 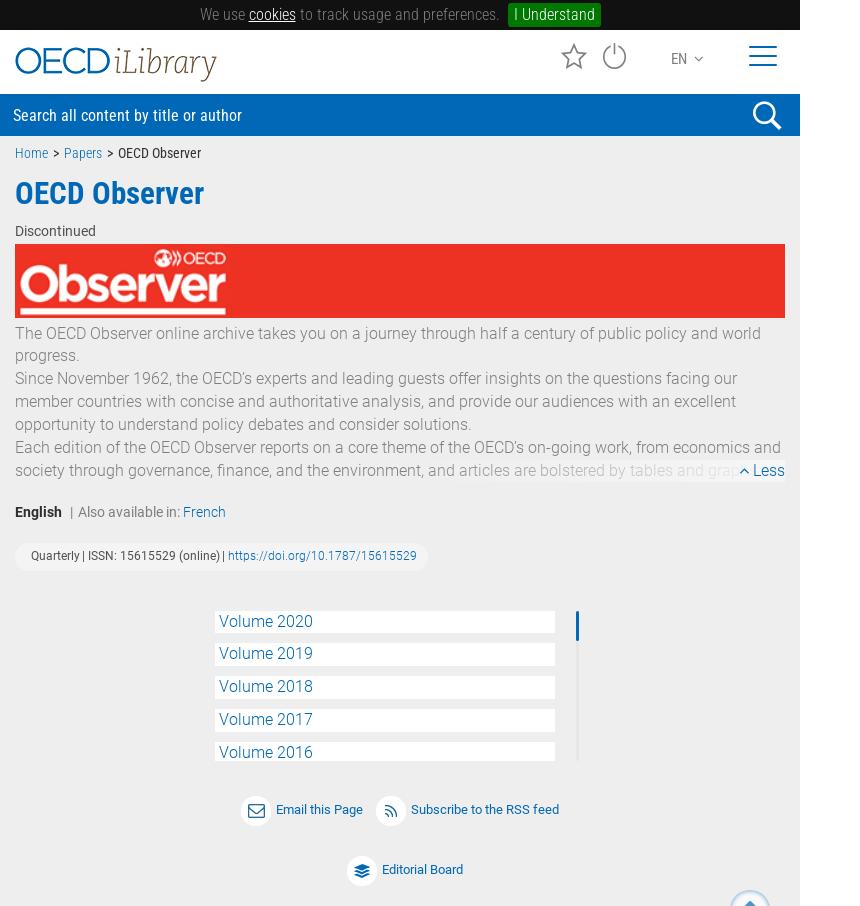 What do you see at coordinates (38, 511) in the screenshot?
I see `'English'` at bounding box center [38, 511].